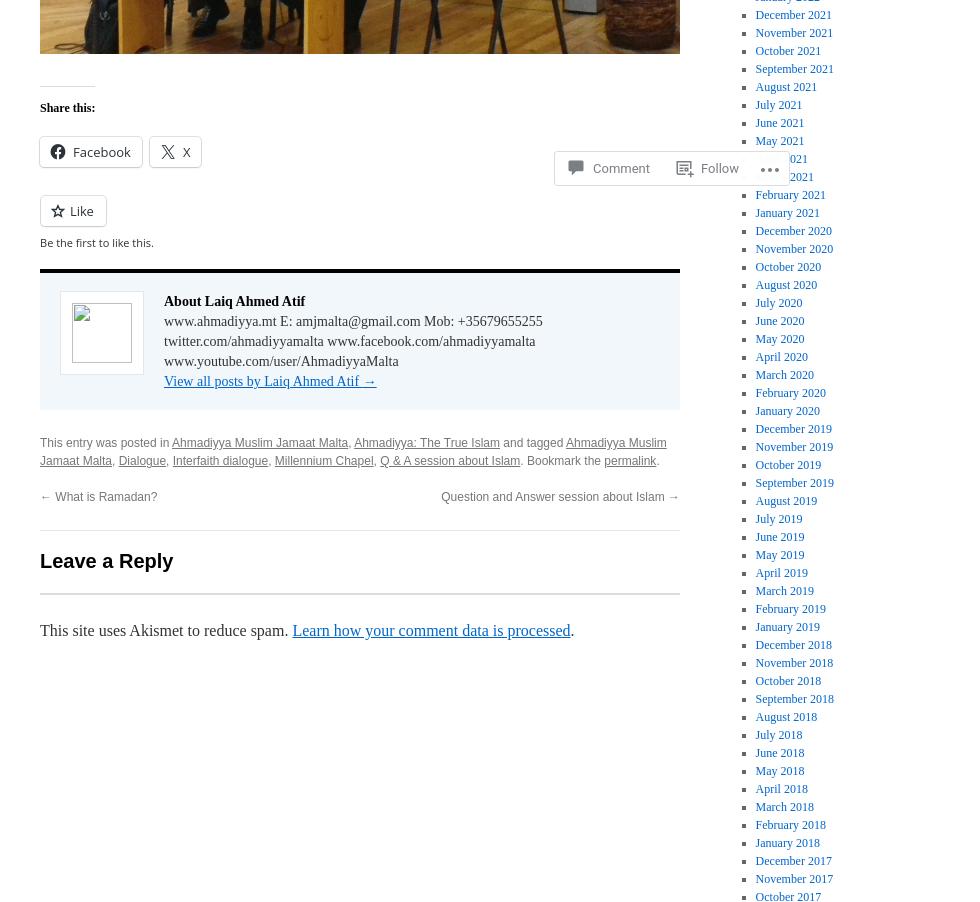  Describe the element at coordinates (106, 561) in the screenshot. I see `'Leave a Reply'` at that location.